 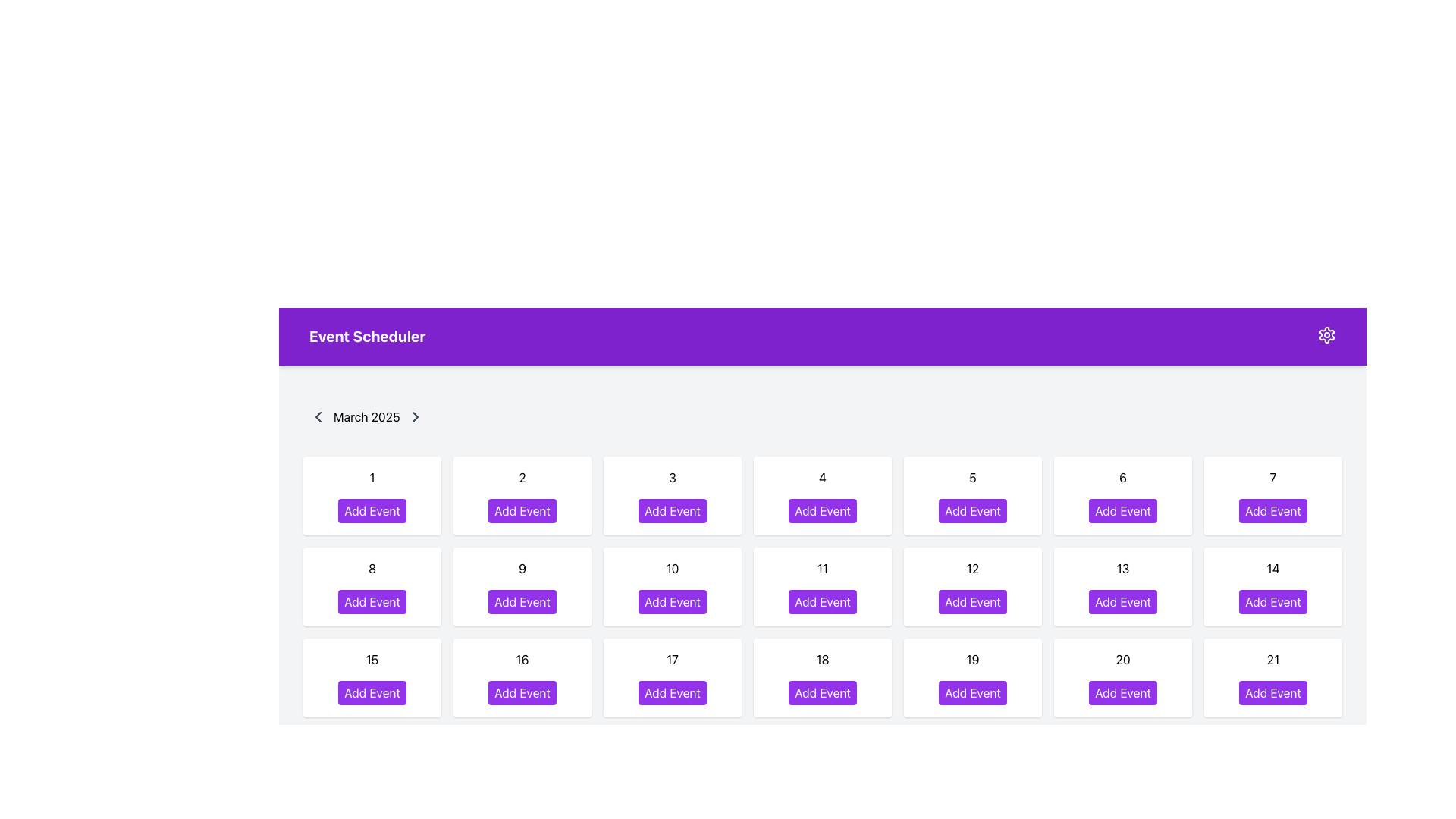 I want to click on the 'Add Event' button, which is a purple button with white text located in the fifth column of the top row of the calendar grid, so click(x=972, y=511).